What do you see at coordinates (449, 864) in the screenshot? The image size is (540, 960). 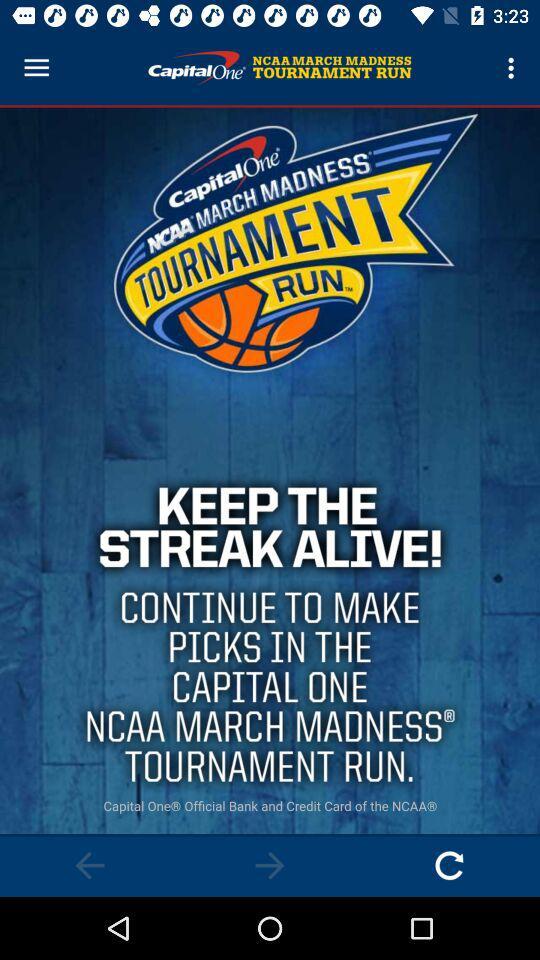 I see `the refresh icon` at bounding box center [449, 864].